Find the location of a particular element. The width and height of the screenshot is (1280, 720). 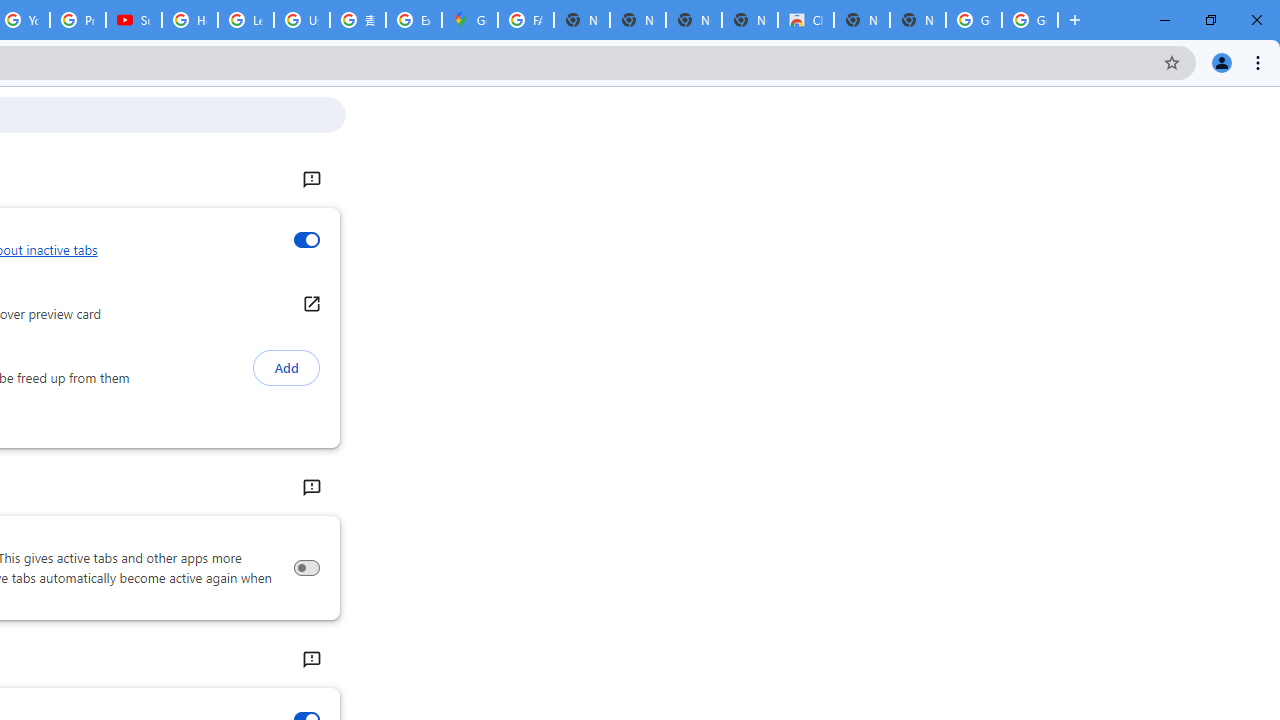

'Google Images' is located at coordinates (1030, 20).